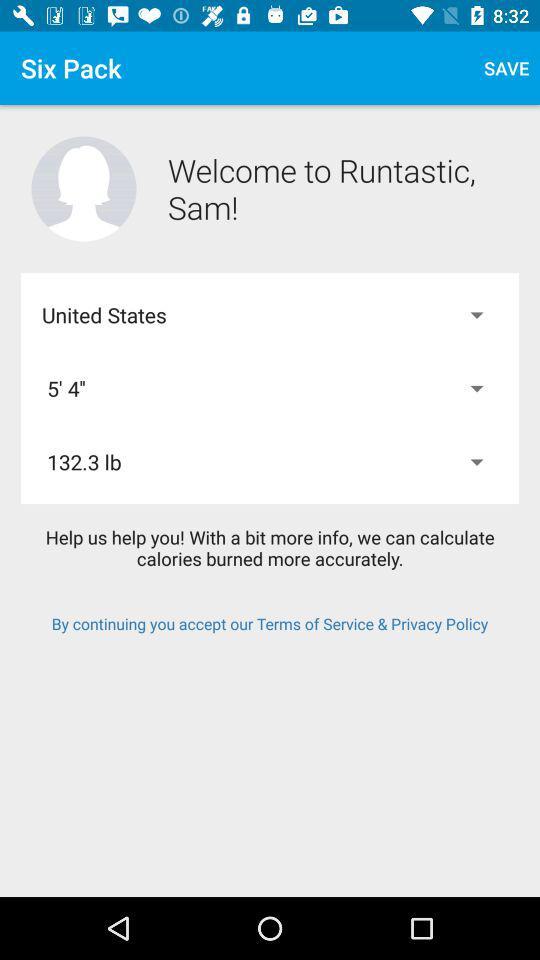 This screenshot has width=540, height=960. I want to click on icon below 5' 4'', so click(270, 462).